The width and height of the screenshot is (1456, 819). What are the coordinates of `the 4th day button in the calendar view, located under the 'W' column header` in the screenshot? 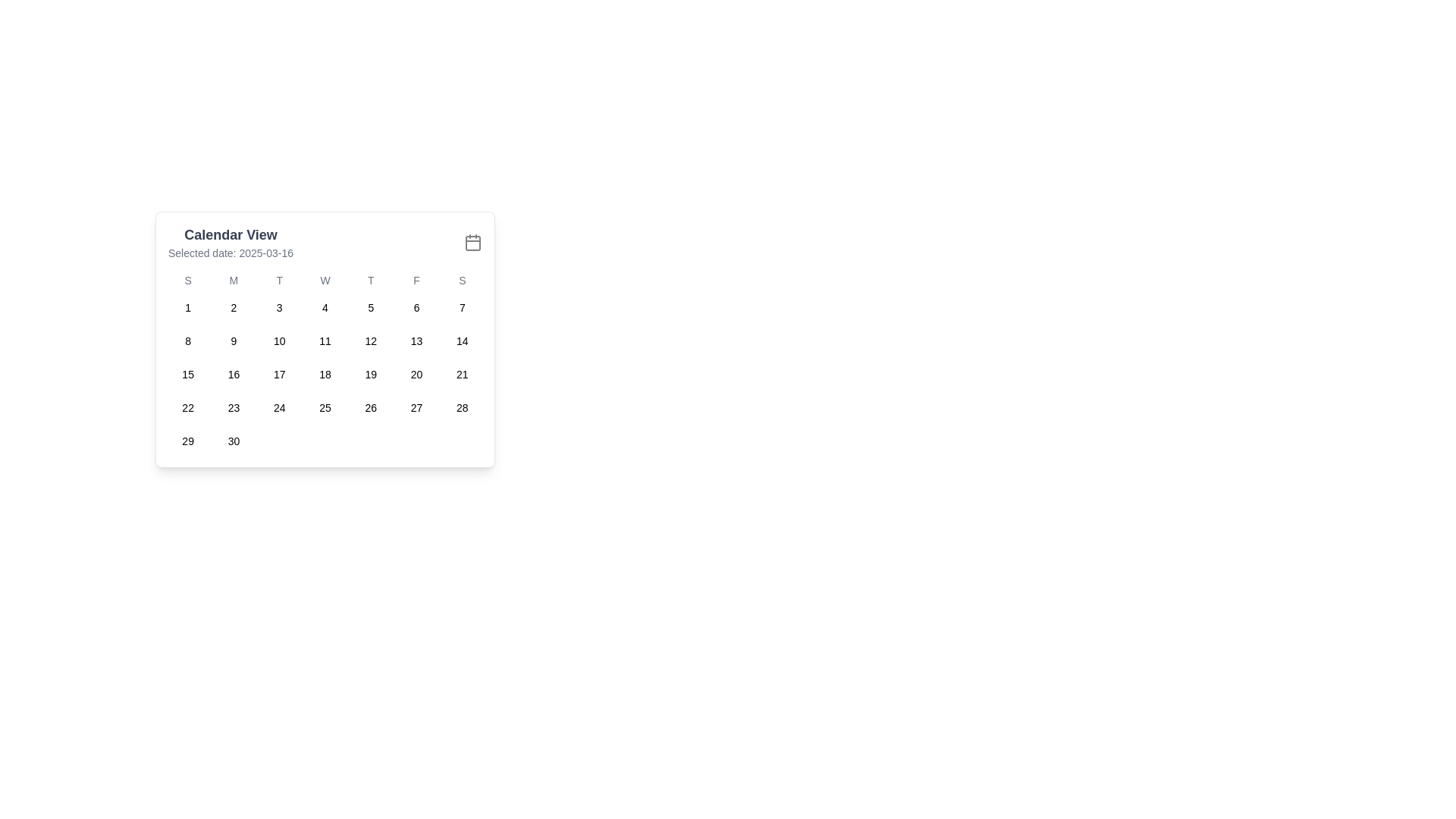 It's located at (324, 307).